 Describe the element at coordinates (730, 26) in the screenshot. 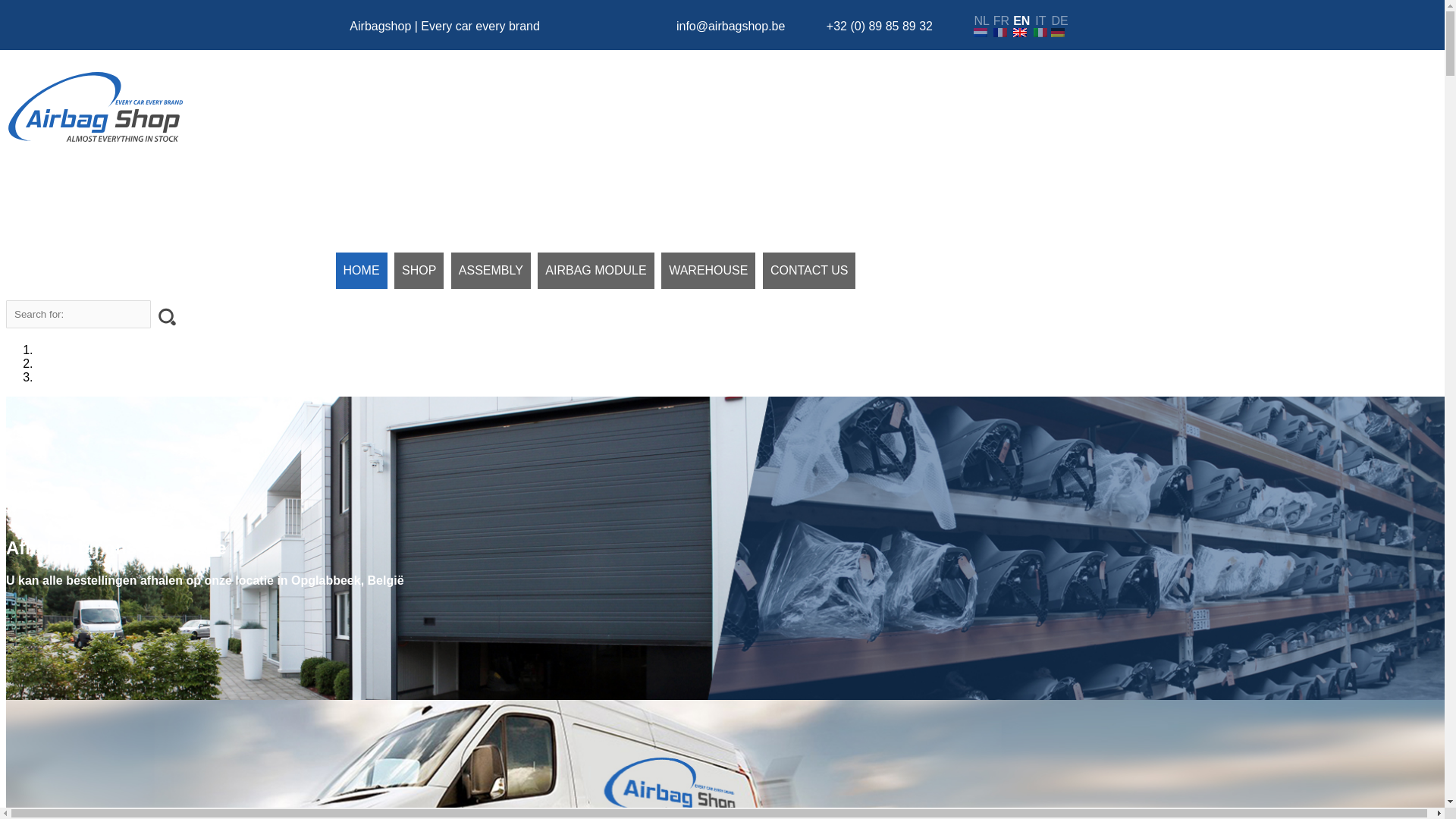

I see `'info@airbagshop.be'` at that location.